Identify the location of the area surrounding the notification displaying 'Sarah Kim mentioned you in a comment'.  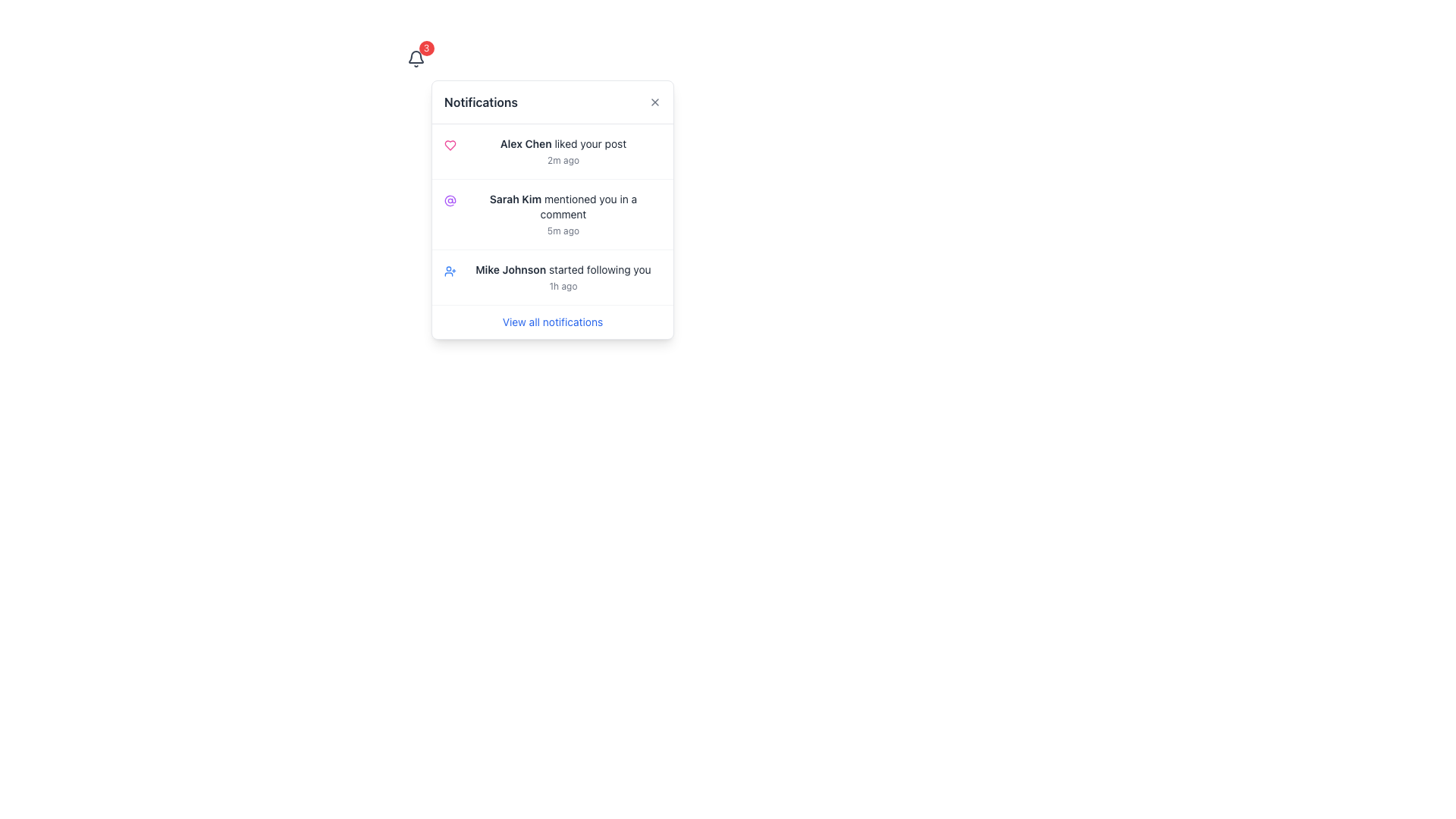
(563, 207).